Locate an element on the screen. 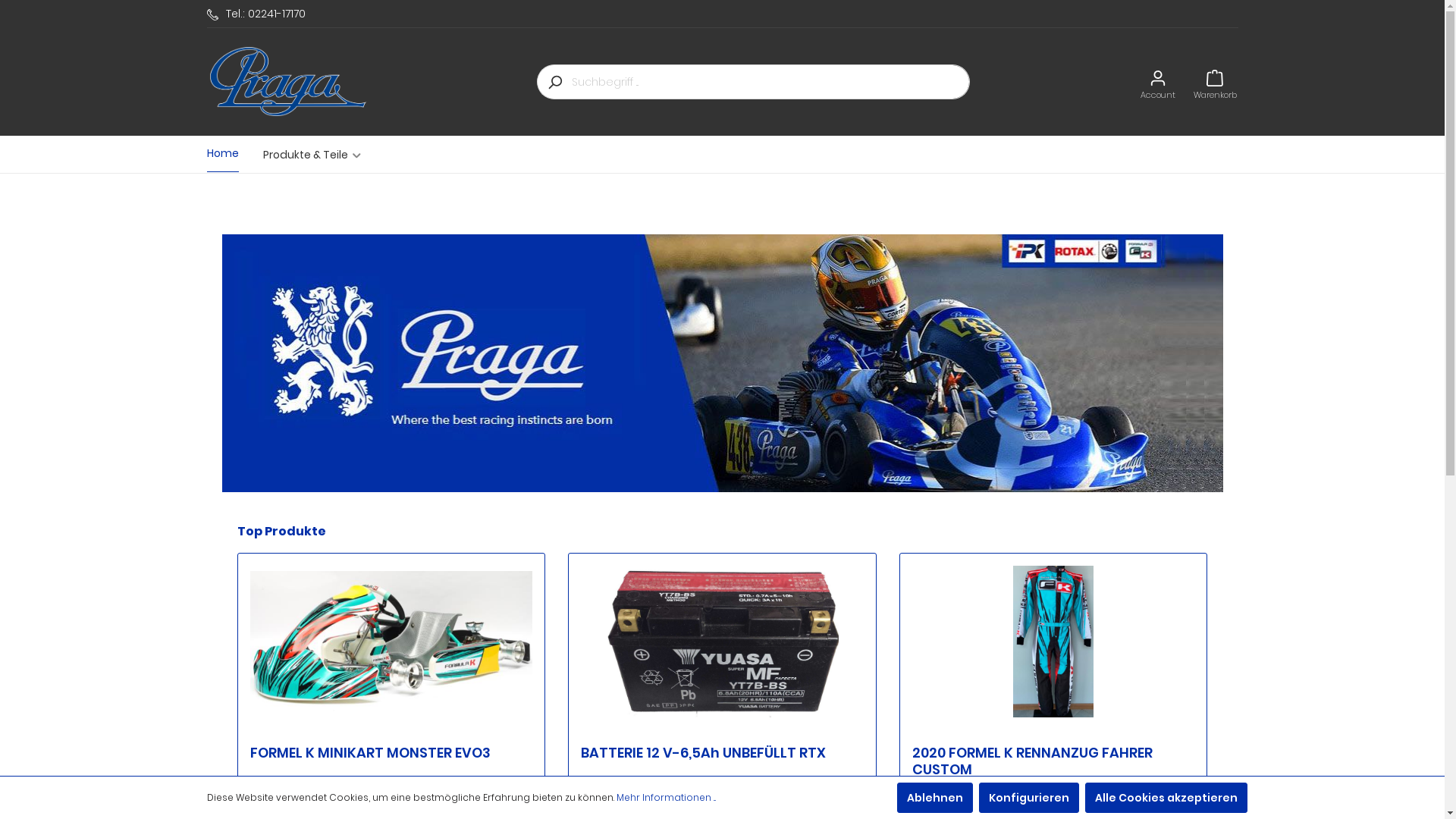  'Account' is located at coordinates (1156, 82).